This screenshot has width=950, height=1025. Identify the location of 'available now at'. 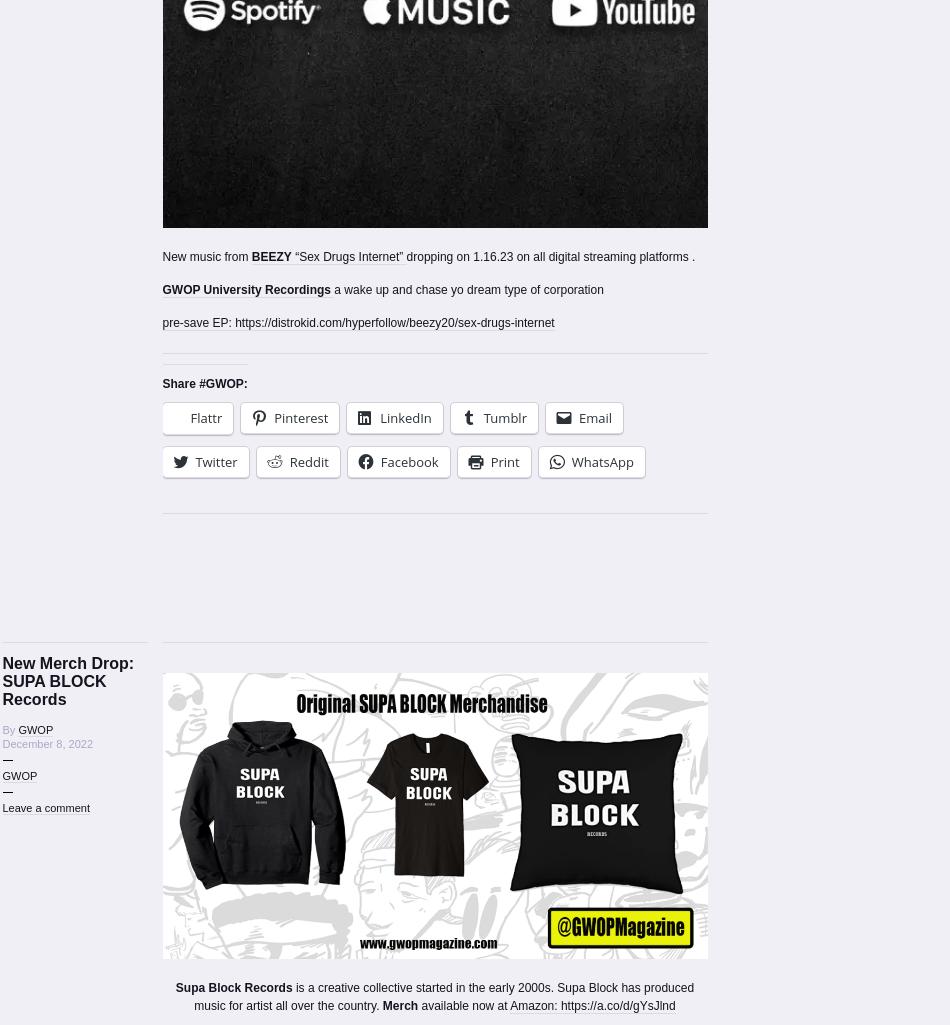
(417, 1004).